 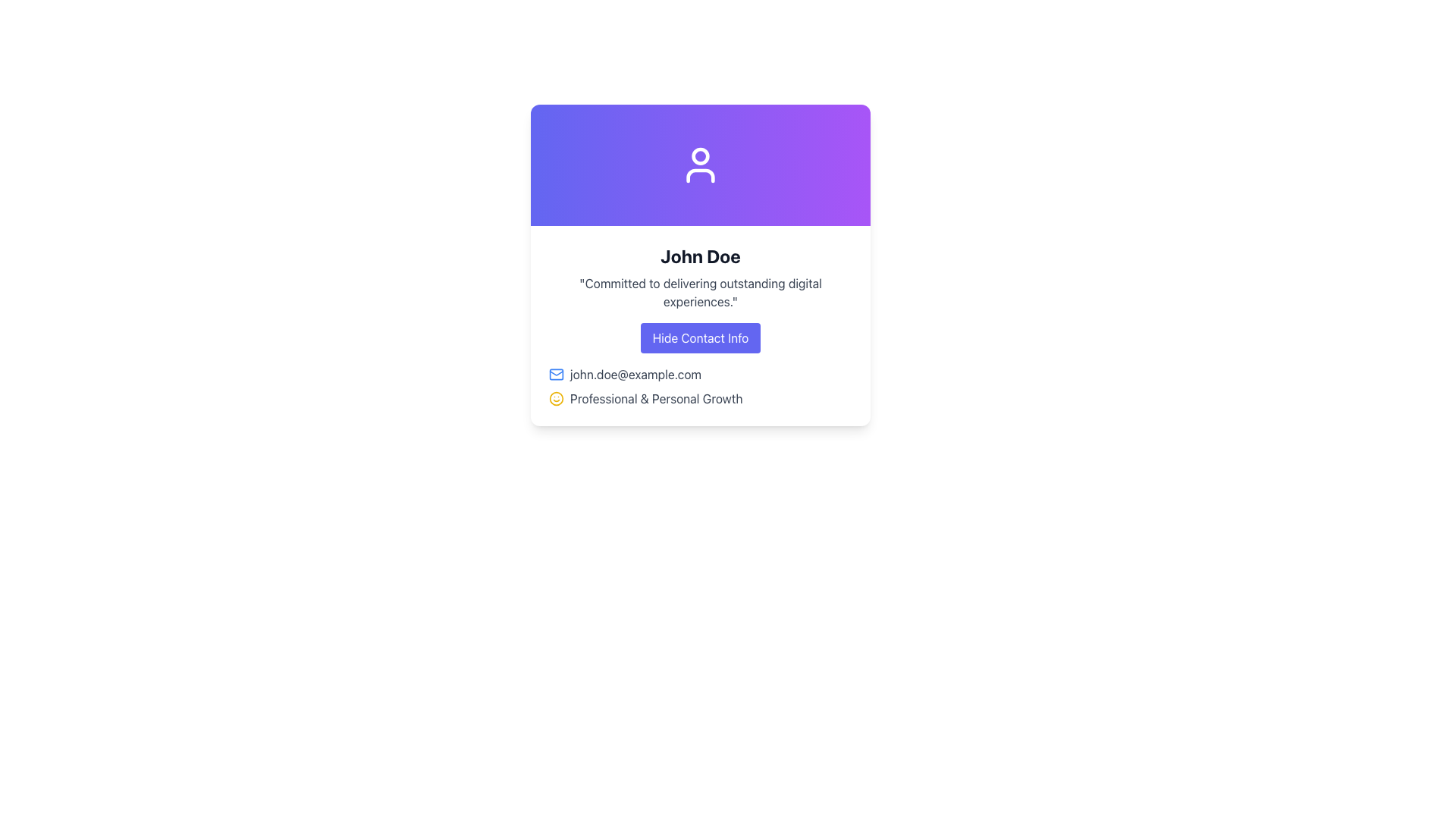 I want to click on the text label displaying 'John Doe', which is prominently styled in bold and large dark gray font, located at the top center of the card interface, so click(x=700, y=256).